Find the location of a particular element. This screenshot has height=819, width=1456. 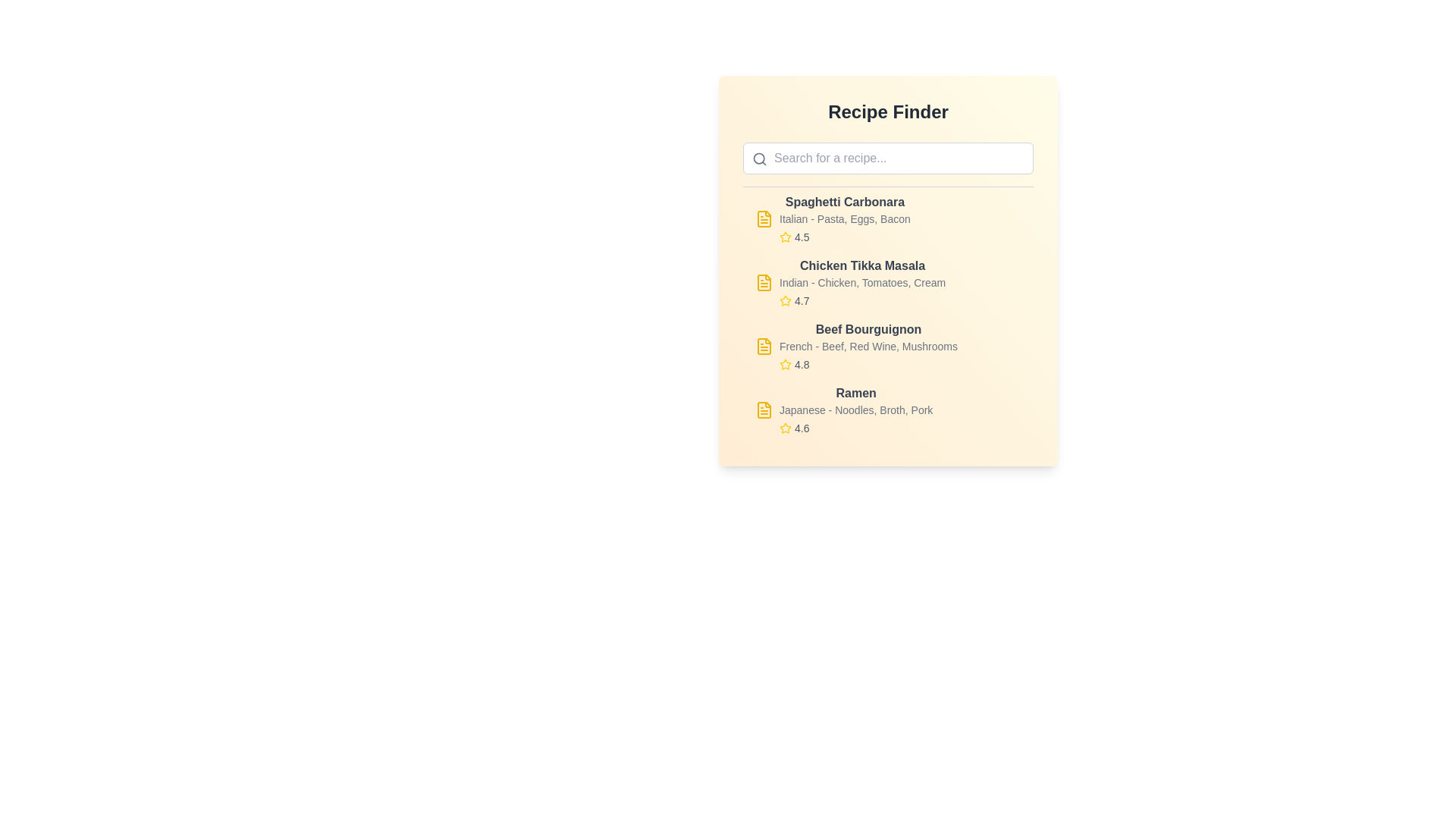

numeric rating text label for the 'Chicken Tikka Masala' recipe, located in the rating section to the right of the yellow star icon in the second row under the 'Recipe Finder' heading is located at coordinates (801, 301).